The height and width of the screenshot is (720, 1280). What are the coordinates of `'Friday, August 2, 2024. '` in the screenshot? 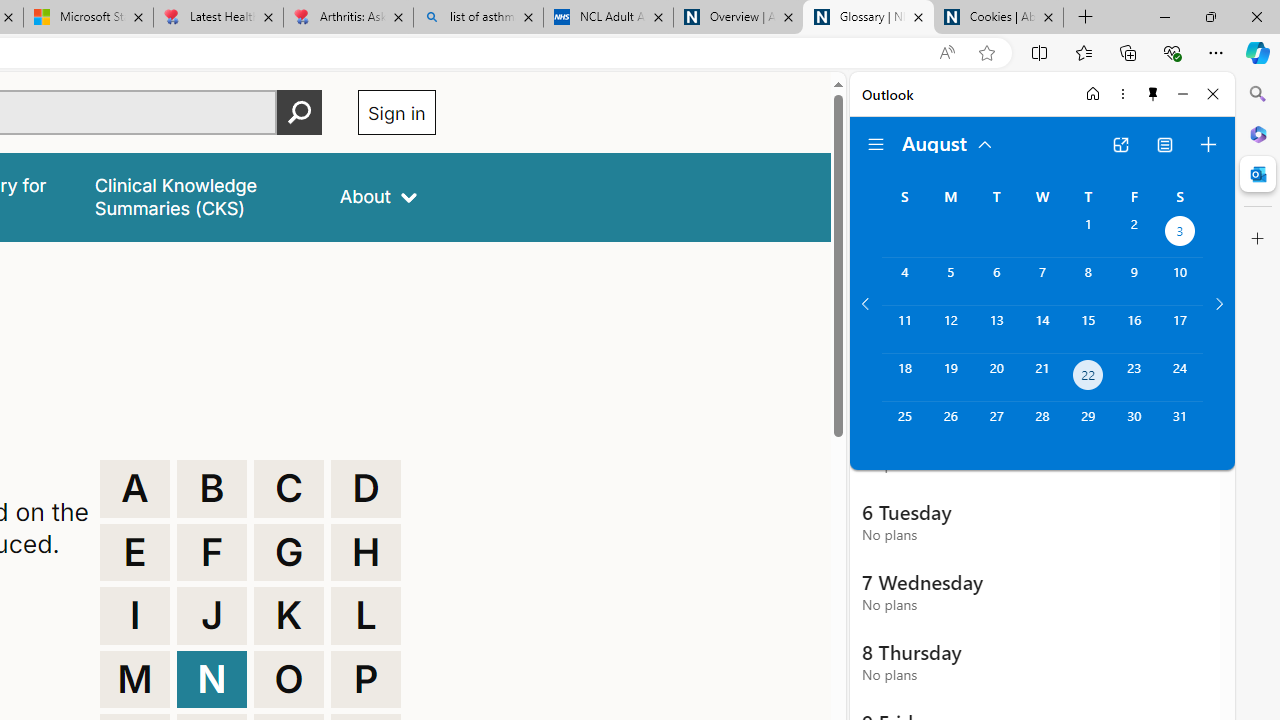 It's located at (1134, 232).